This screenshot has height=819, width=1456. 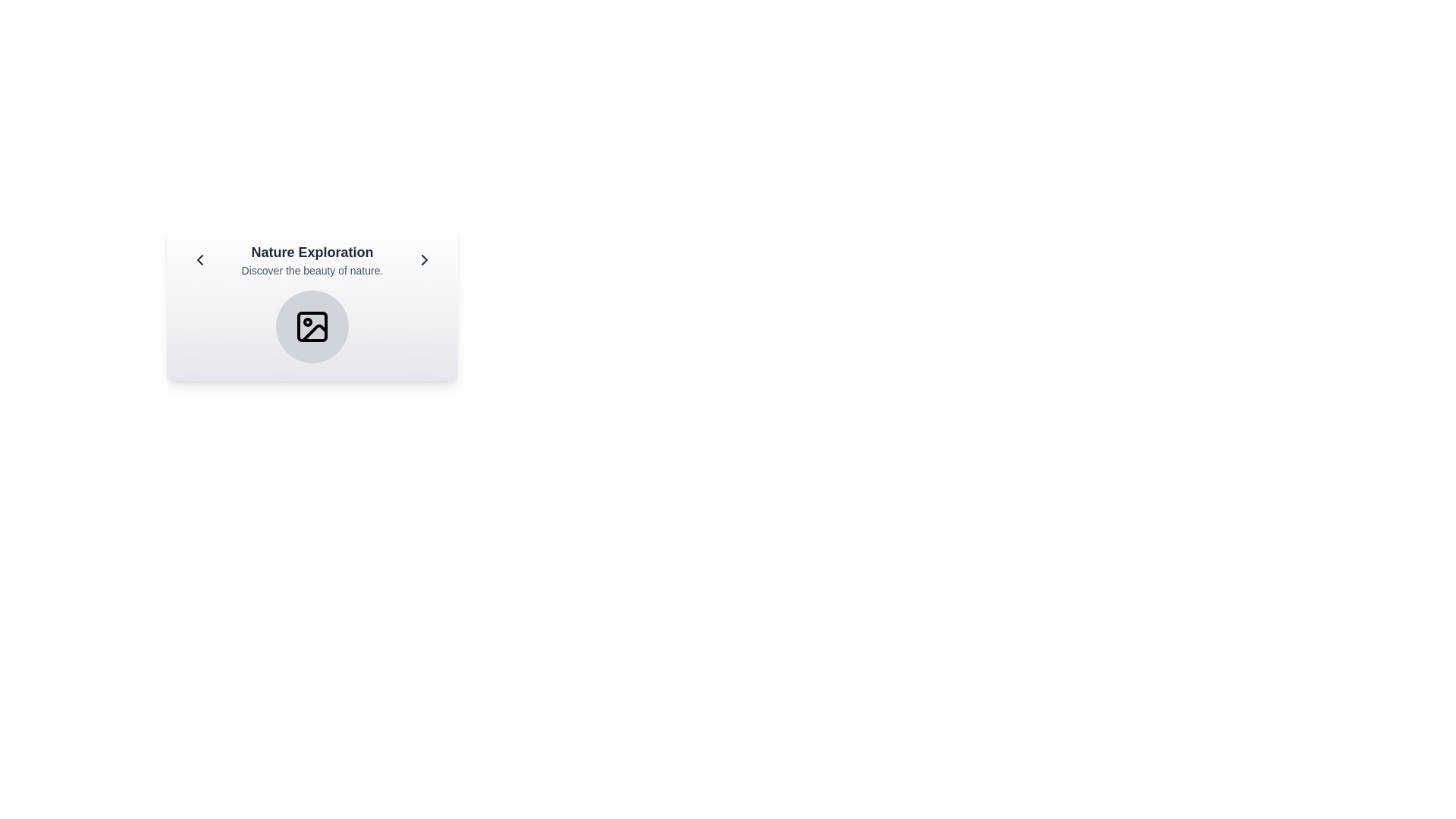 I want to click on the text block containing the phrase 'Discover the beauty of nature.' which is positioned centrally beneath the main title 'Nature Exploration', so click(x=312, y=270).